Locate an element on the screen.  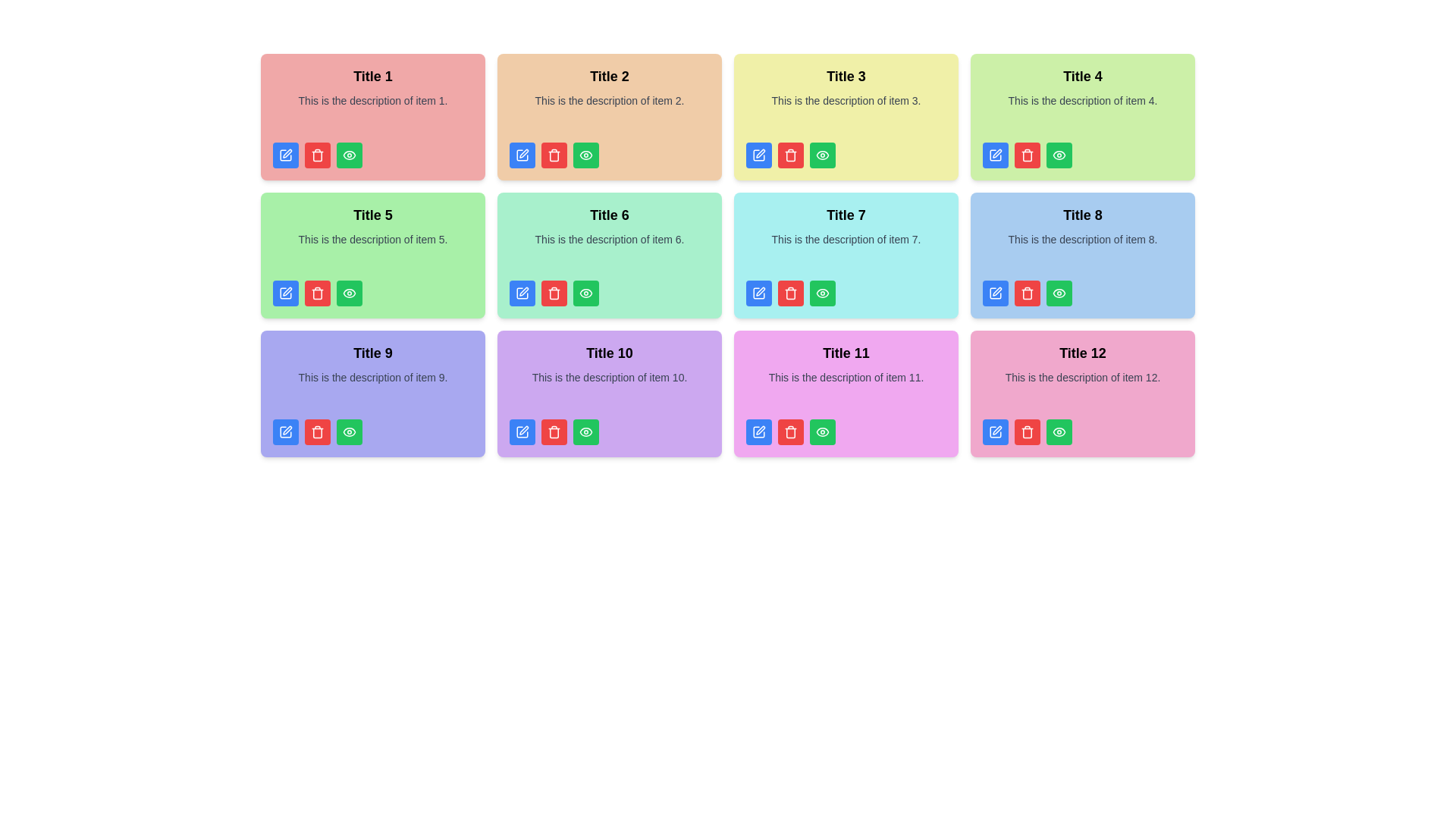
the icons within the Card component titled 'Title 10', which has a light purple background and contains a blue pencil icon, a red trash bin icon, and a green eye icon at the bottom is located at coordinates (610, 393).